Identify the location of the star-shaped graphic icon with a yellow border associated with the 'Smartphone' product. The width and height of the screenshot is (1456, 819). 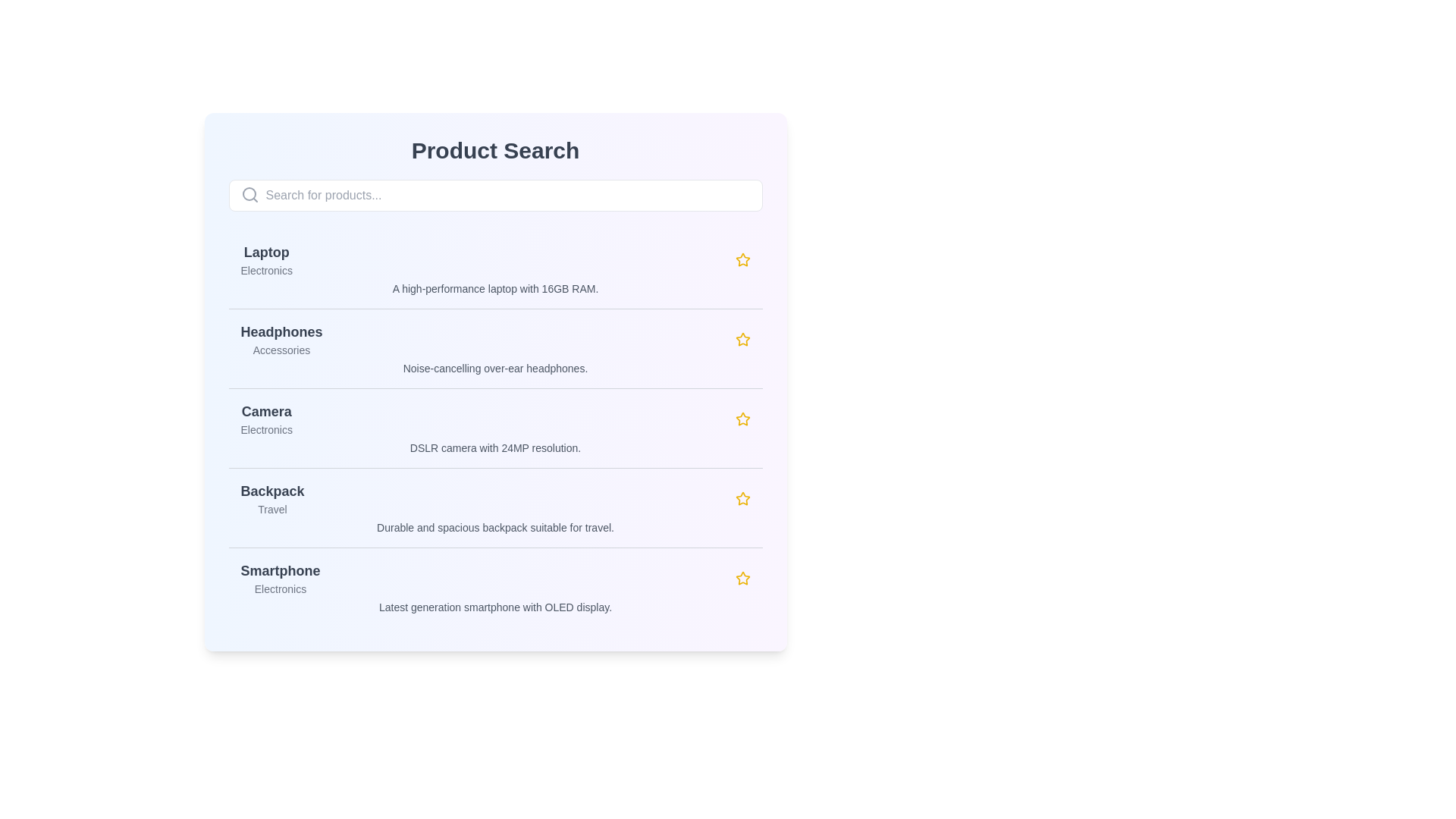
(742, 498).